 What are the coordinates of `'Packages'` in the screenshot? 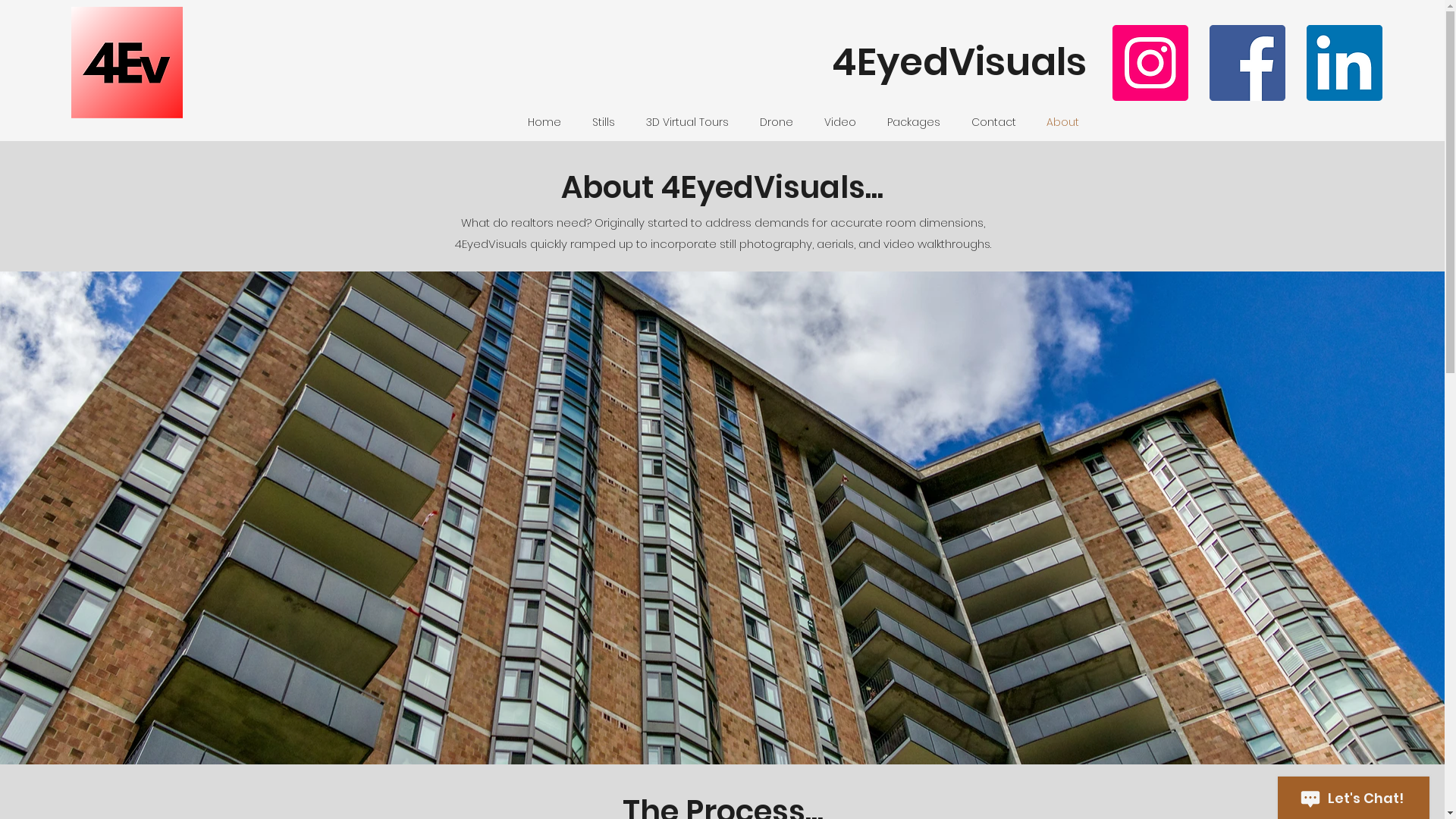 It's located at (872, 121).